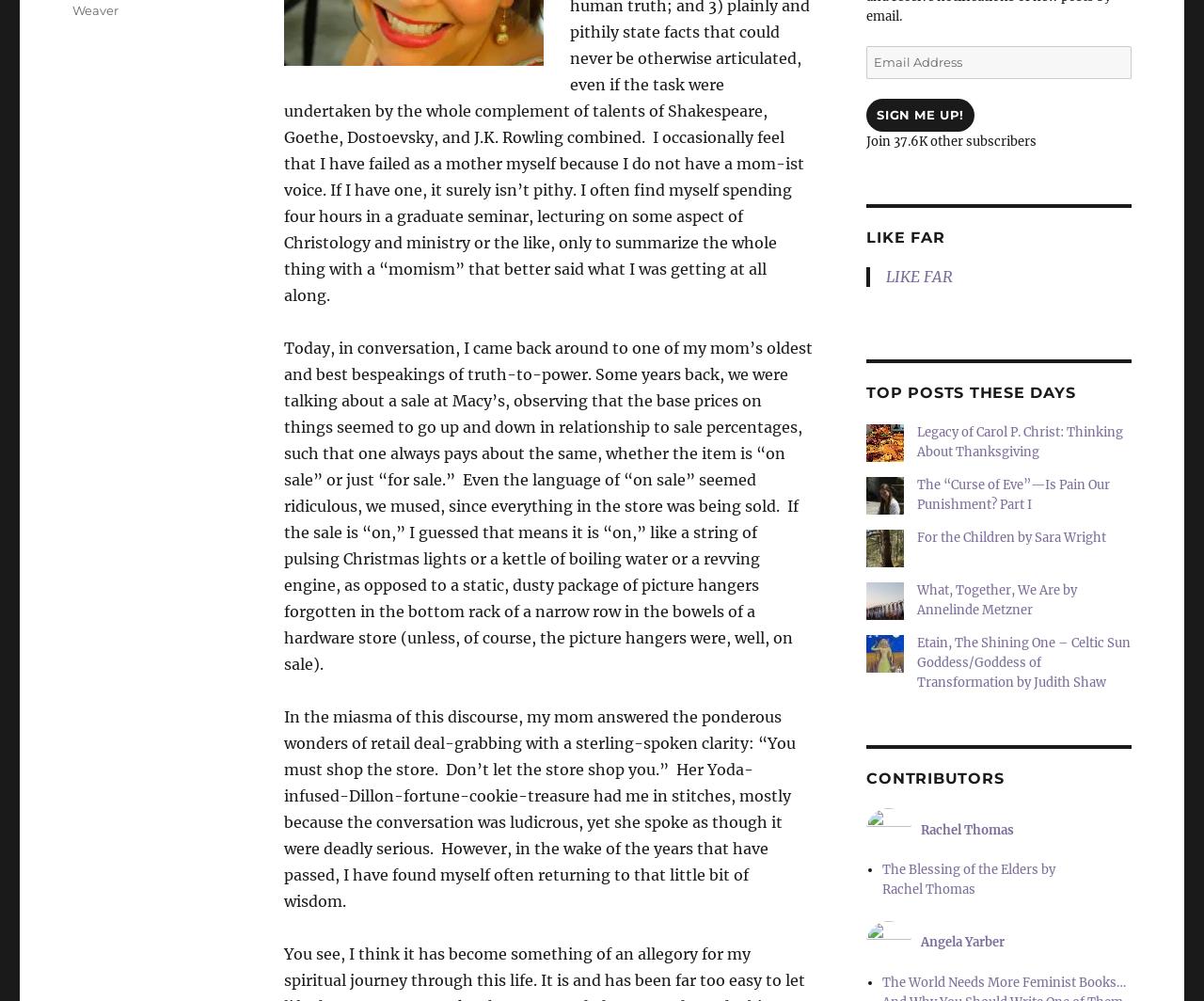  What do you see at coordinates (967, 880) in the screenshot?
I see `'The Blessing of the Elders by Rachel Thomas'` at bounding box center [967, 880].